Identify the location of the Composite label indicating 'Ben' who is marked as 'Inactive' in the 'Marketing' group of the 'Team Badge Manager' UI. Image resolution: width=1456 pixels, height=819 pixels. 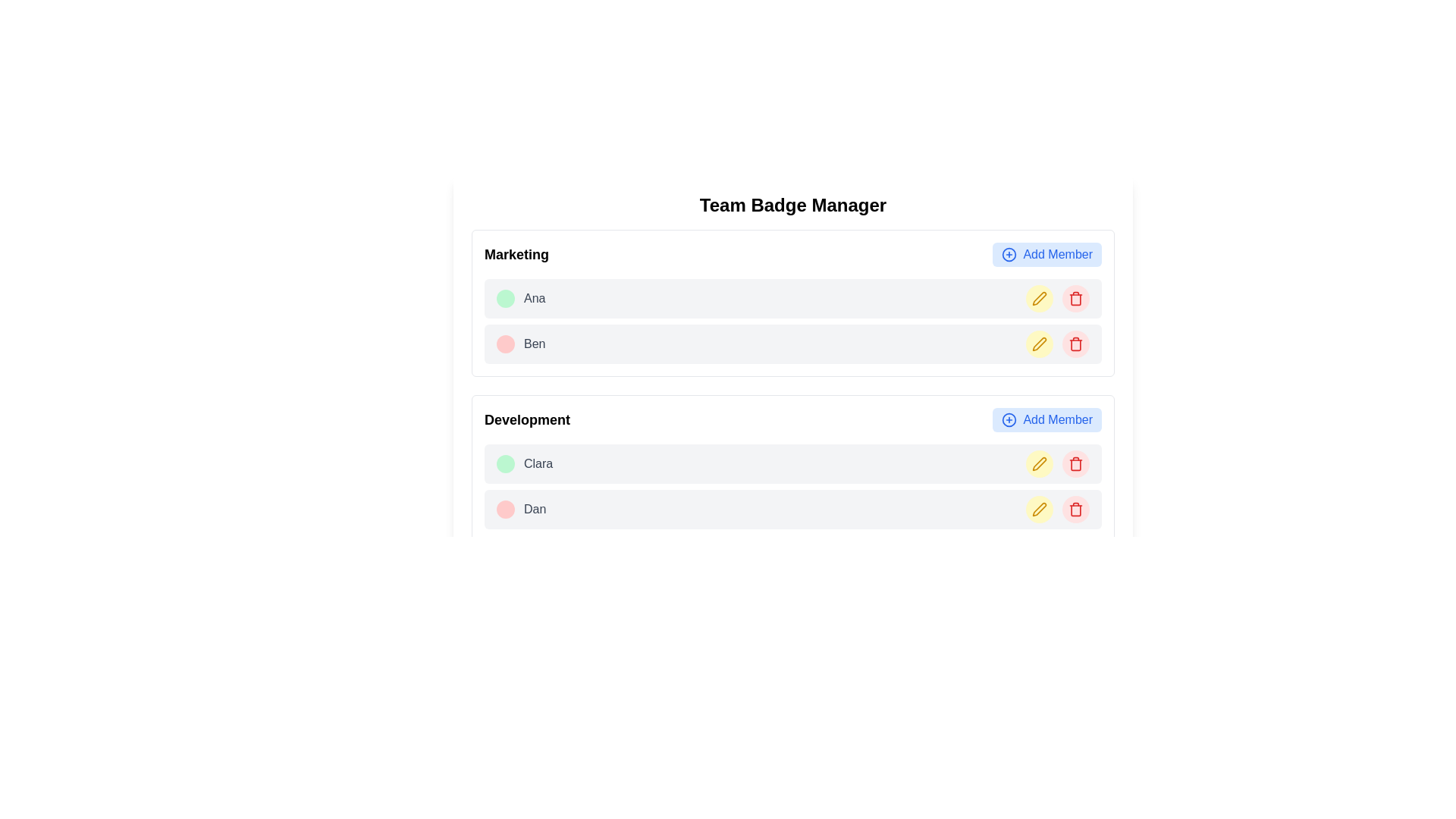
(521, 344).